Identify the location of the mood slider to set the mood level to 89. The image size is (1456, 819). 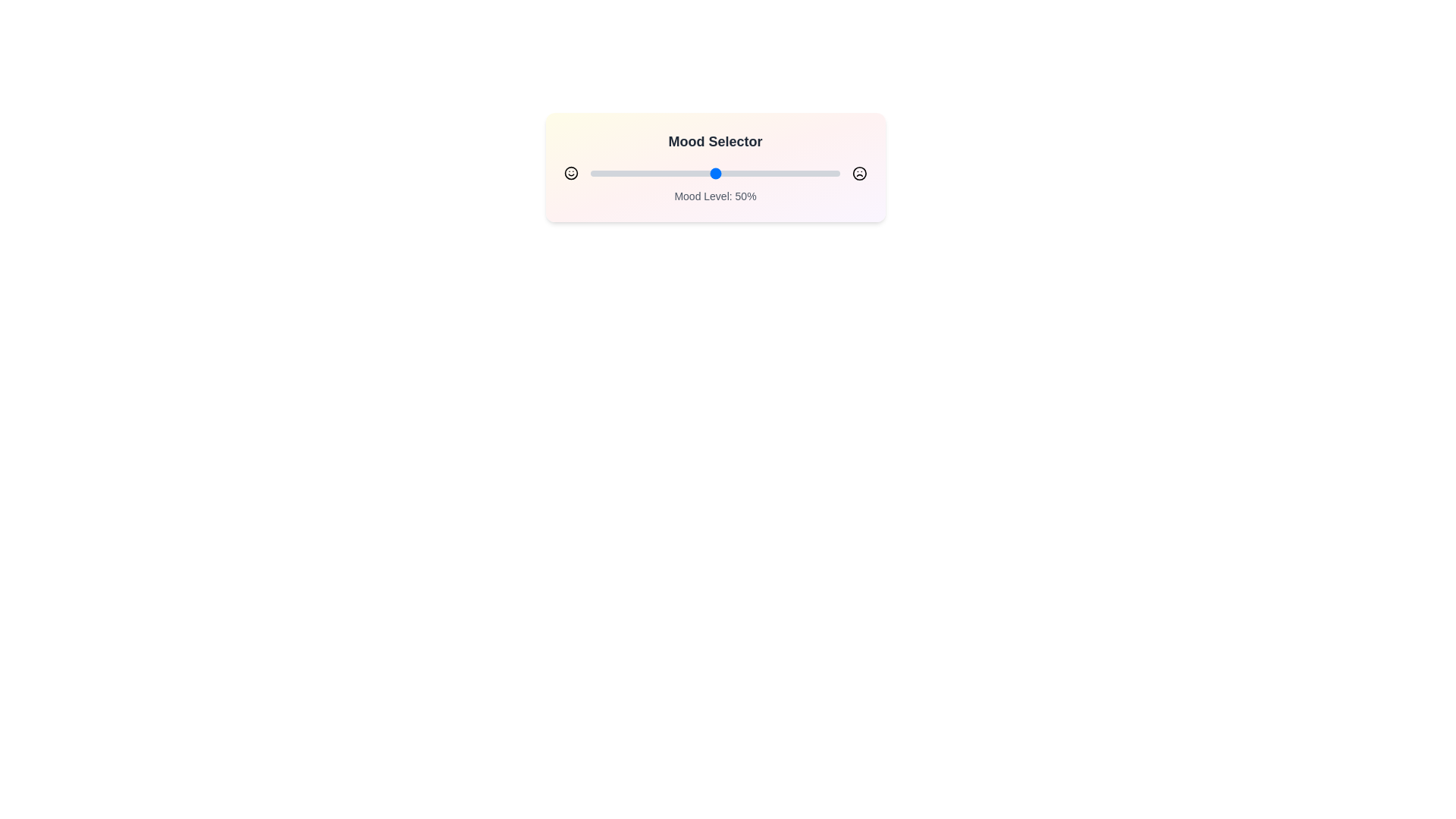
(811, 172).